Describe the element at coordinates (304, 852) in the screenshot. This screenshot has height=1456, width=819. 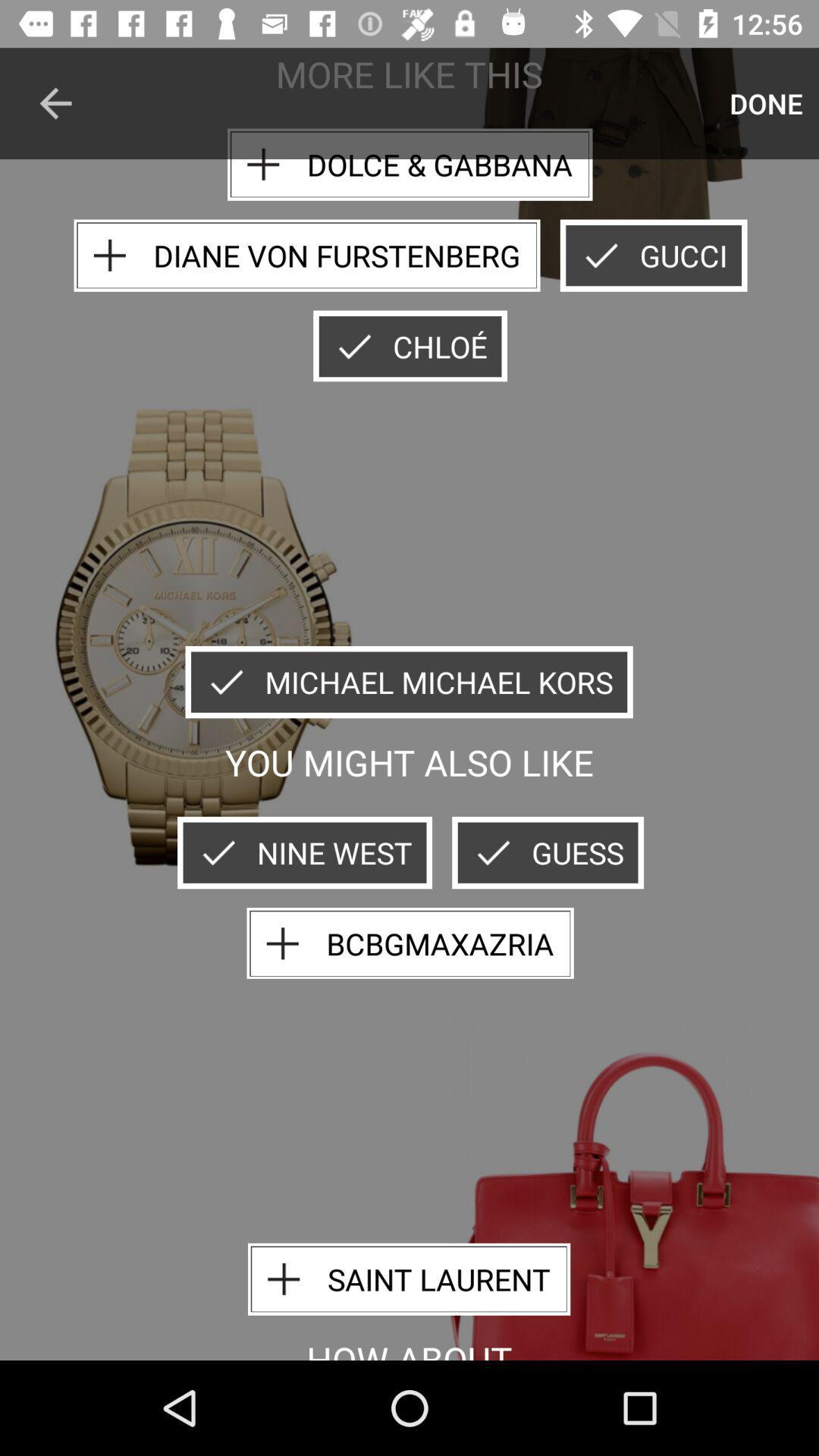
I see `the nine west` at that location.